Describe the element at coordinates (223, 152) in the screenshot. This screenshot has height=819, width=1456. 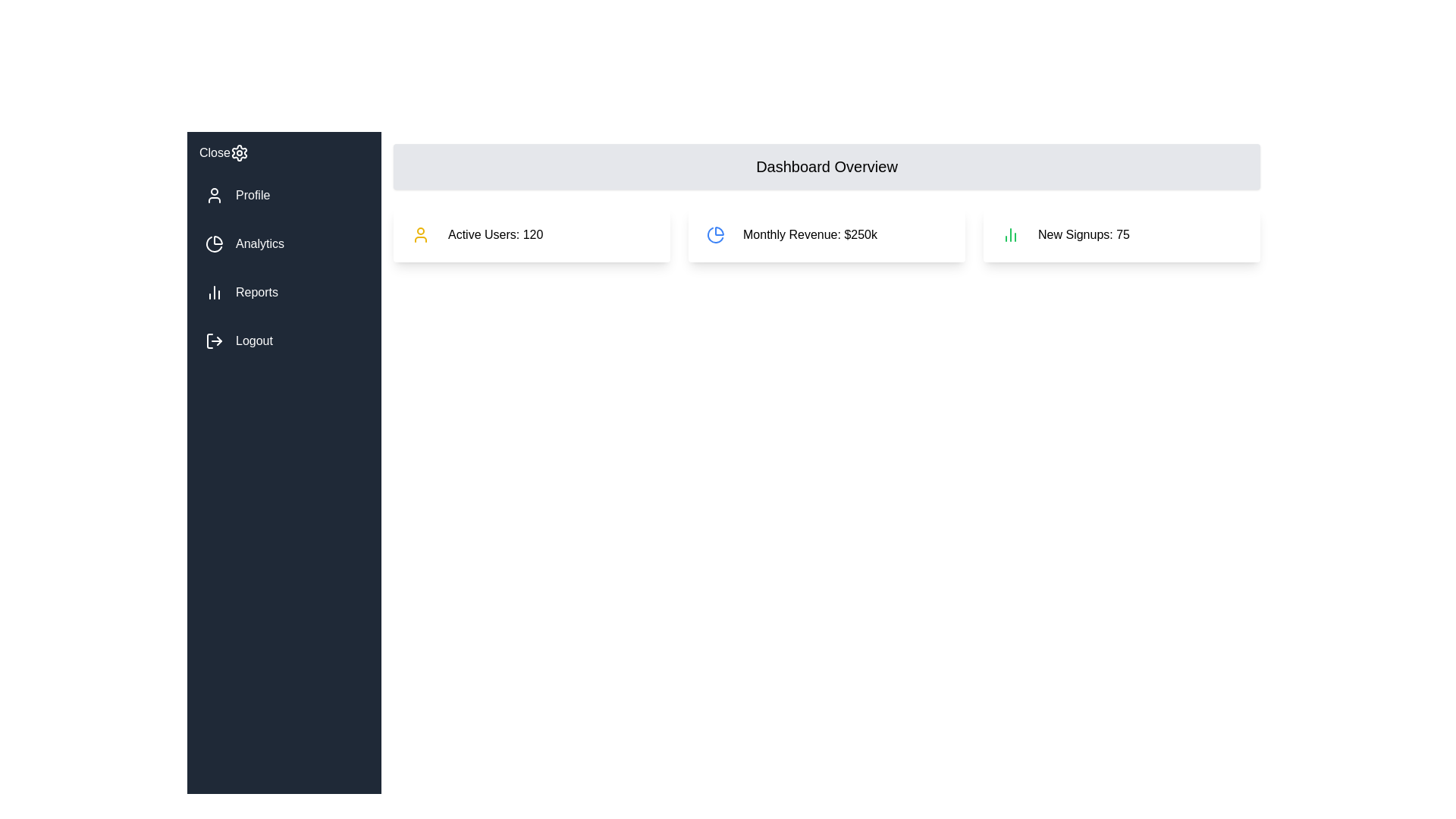
I see `the gear icon next to the 'Close' button-like label in the sidebar menu` at that location.